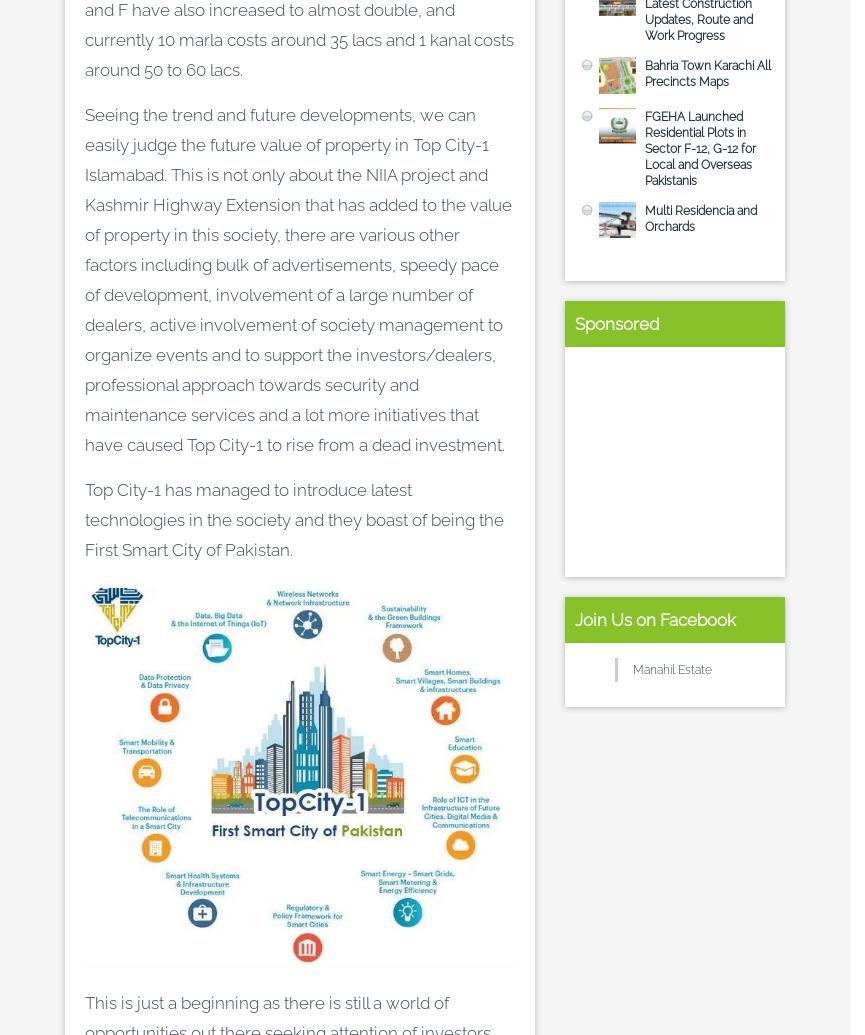  Describe the element at coordinates (291, 547) in the screenshot. I see `'.'` at that location.